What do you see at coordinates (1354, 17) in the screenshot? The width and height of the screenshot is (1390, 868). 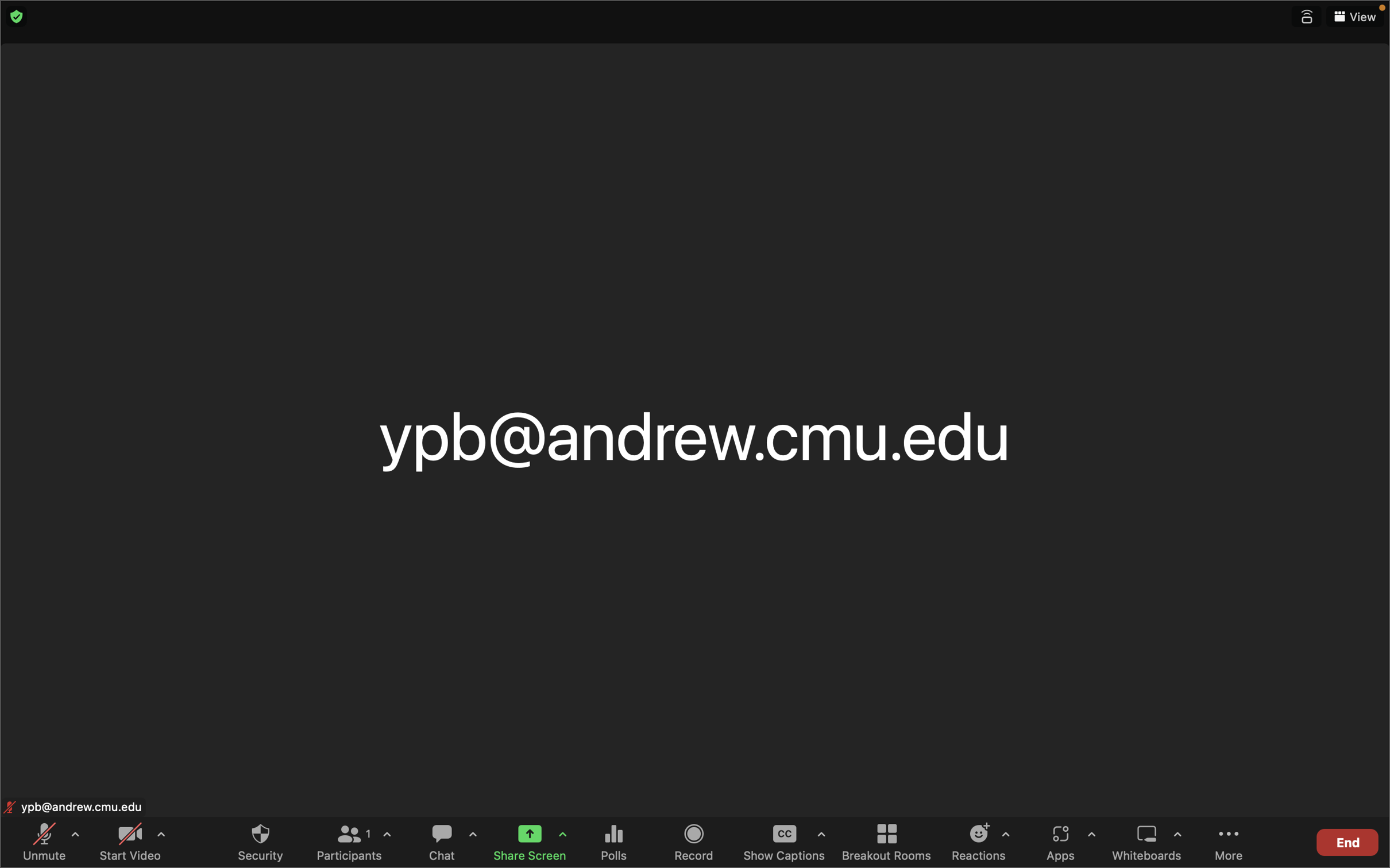 I see `the options for layout` at bounding box center [1354, 17].